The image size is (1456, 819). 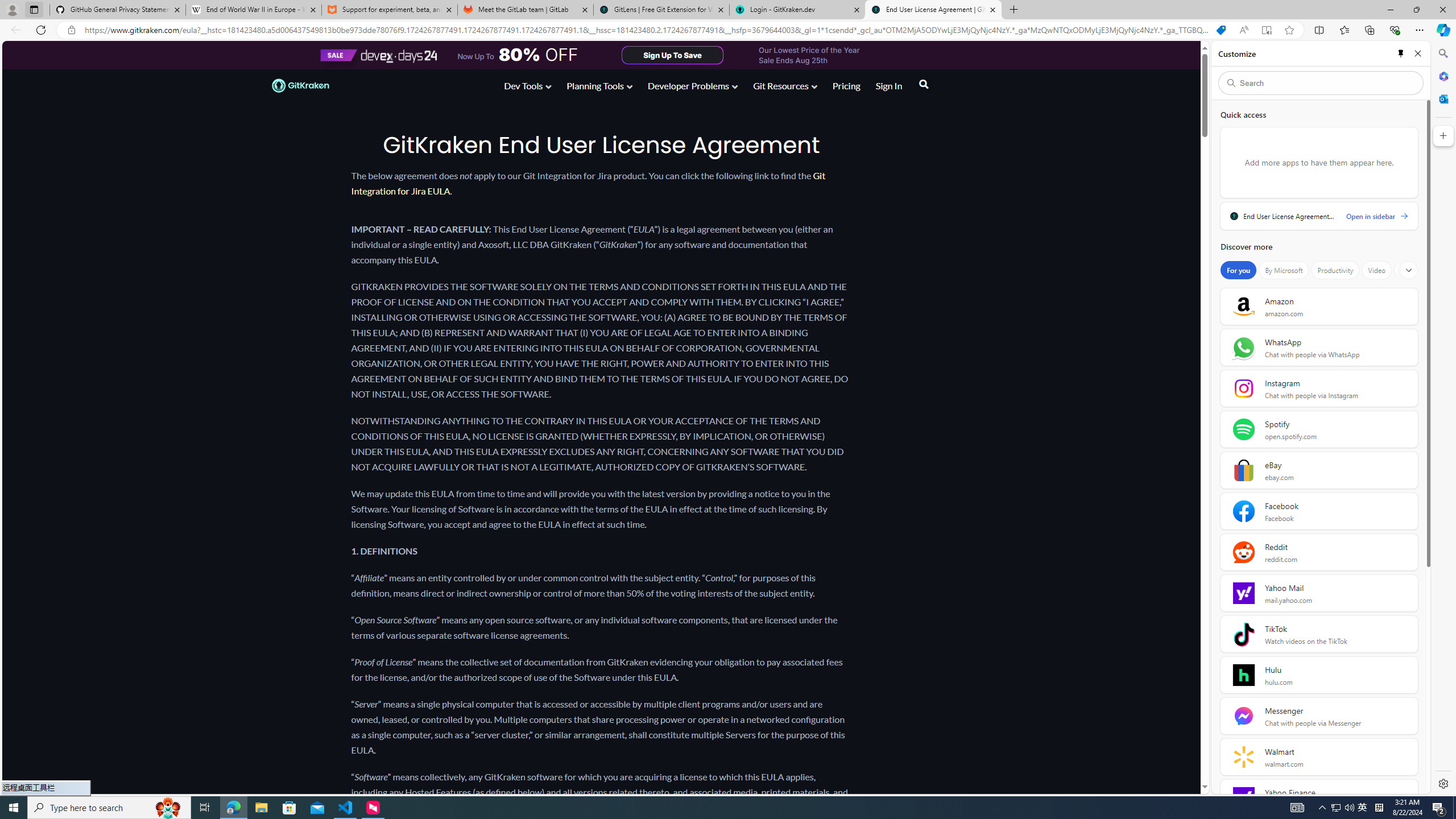 What do you see at coordinates (1335, 270) in the screenshot?
I see `'Productivity'` at bounding box center [1335, 270].